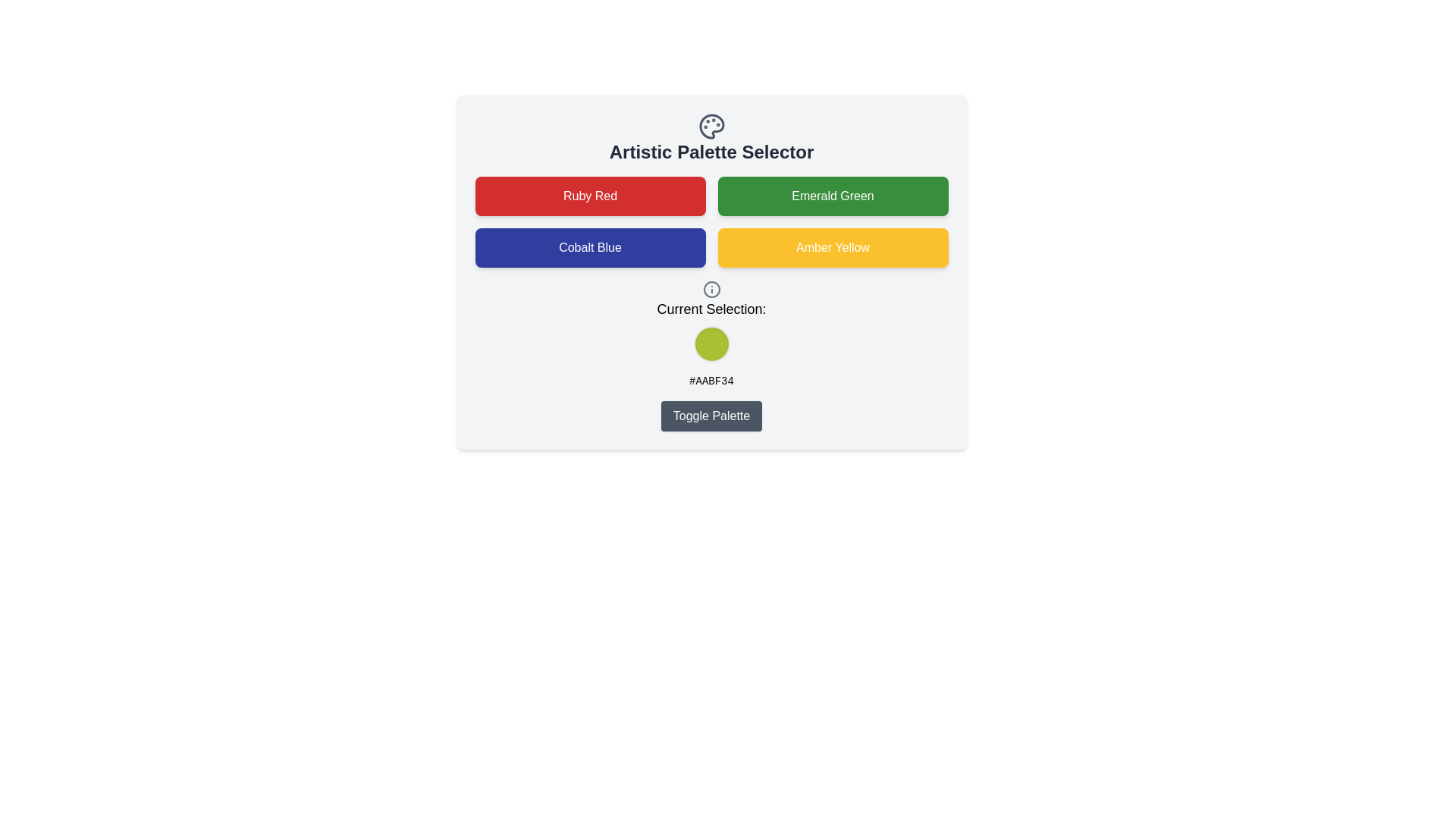 Image resolution: width=1456 pixels, height=819 pixels. What do you see at coordinates (589, 247) in the screenshot?
I see `the 'Cobalt Blue' button, which is a rectangular button with rounded corners, cobalt blue background, and white text, located in the second row, first column of a grid of buttons` at bounding box center [589, 247].